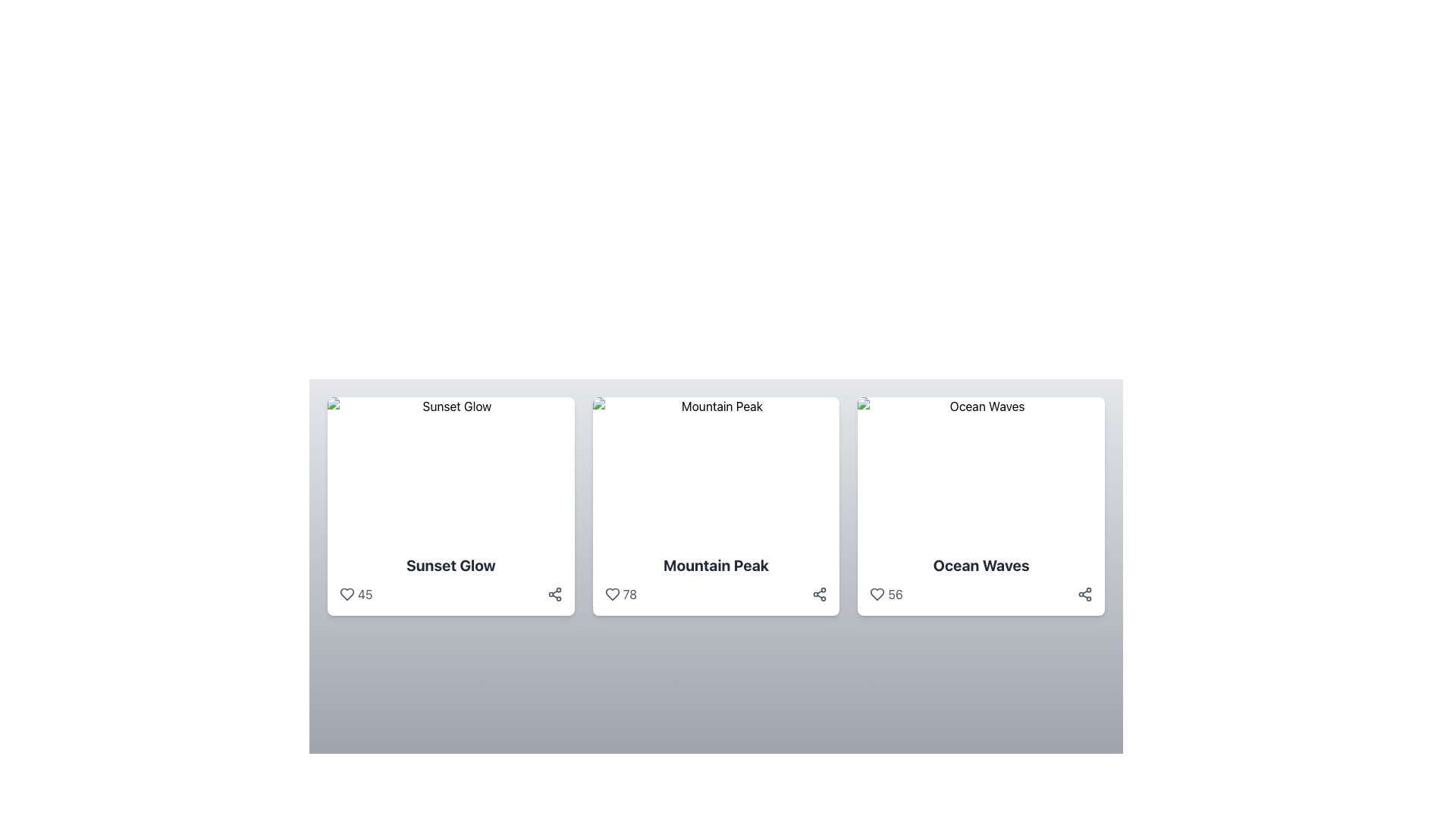 The image size is (1456, 819). I want to click on the Text Label displaying 'Sunset Glow', which is styled in bold dark gray and located near the bottom of the first card in a horizontal list, so click(450, 565).